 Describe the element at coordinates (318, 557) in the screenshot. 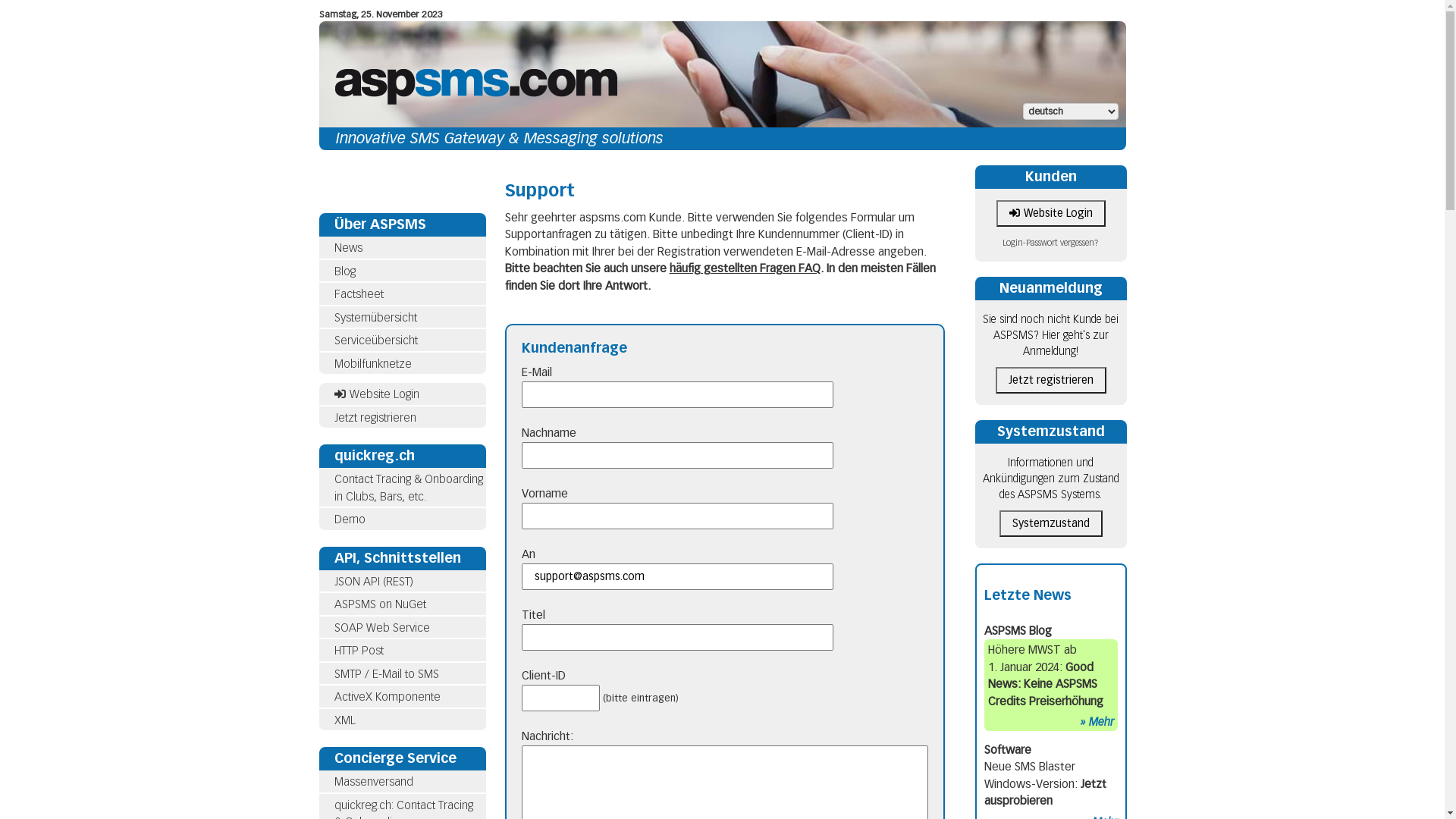

I see `'API, Schnittstellen'` at that location.